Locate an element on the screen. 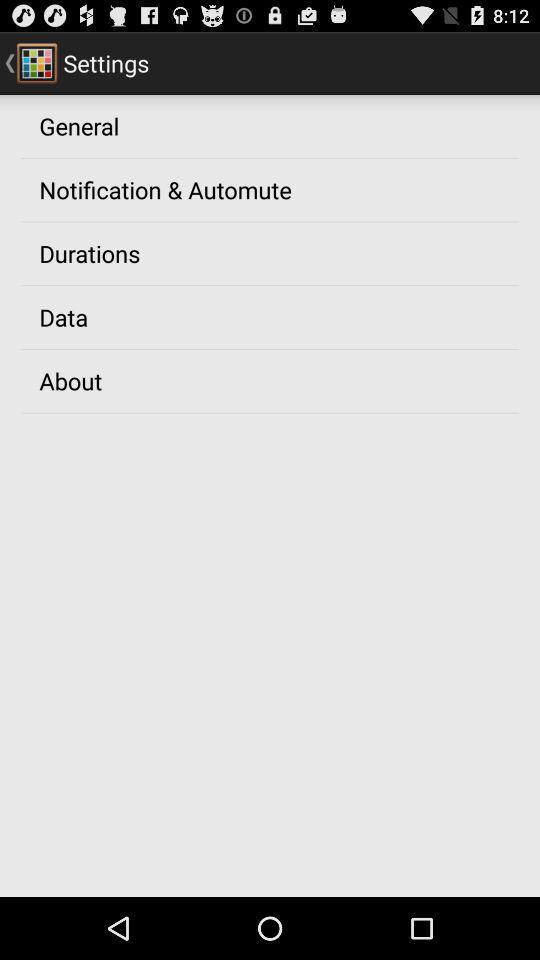 Image resolution: width=540 pixels, height=960 pixels. the notification & automute is located at coordinates (164, 189).